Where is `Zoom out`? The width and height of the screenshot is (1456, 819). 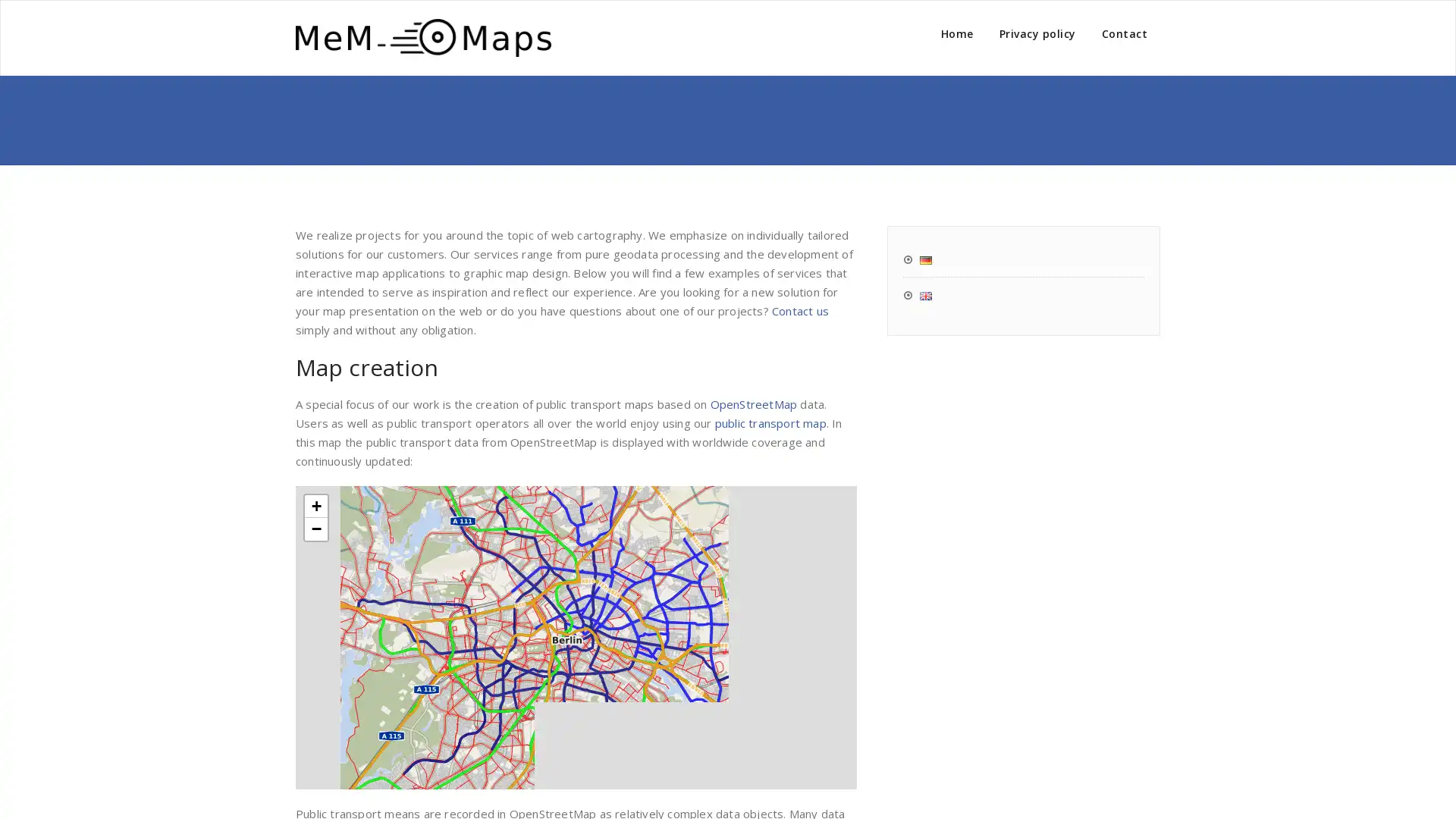
Zoom out is located at coordinates (315, 528).